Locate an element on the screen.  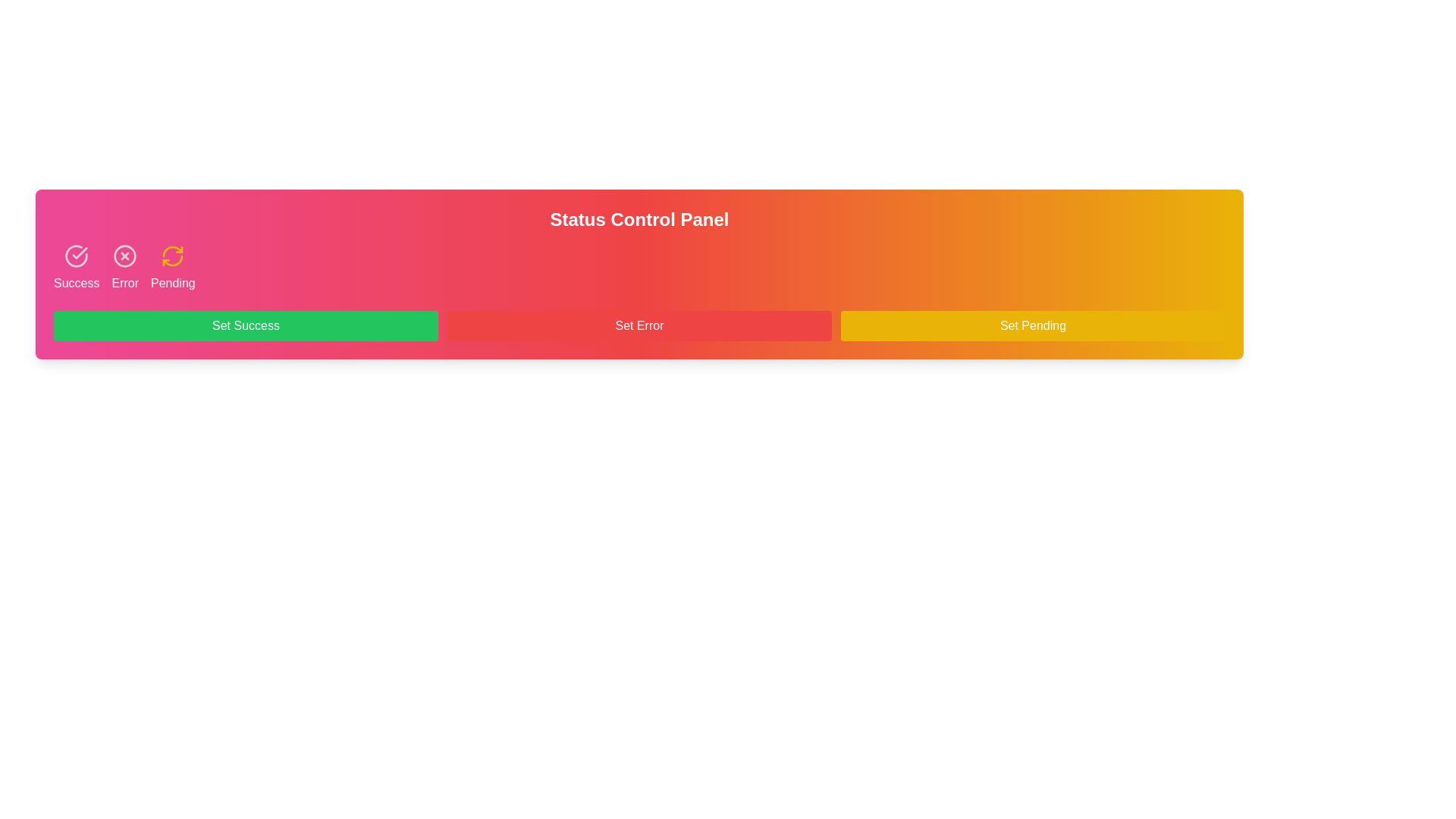
the static text label reading 'Pending', which is styled in white on a pink background and positioned between the 'Error' label and a refresh icon is located at coordinates (173, 284).